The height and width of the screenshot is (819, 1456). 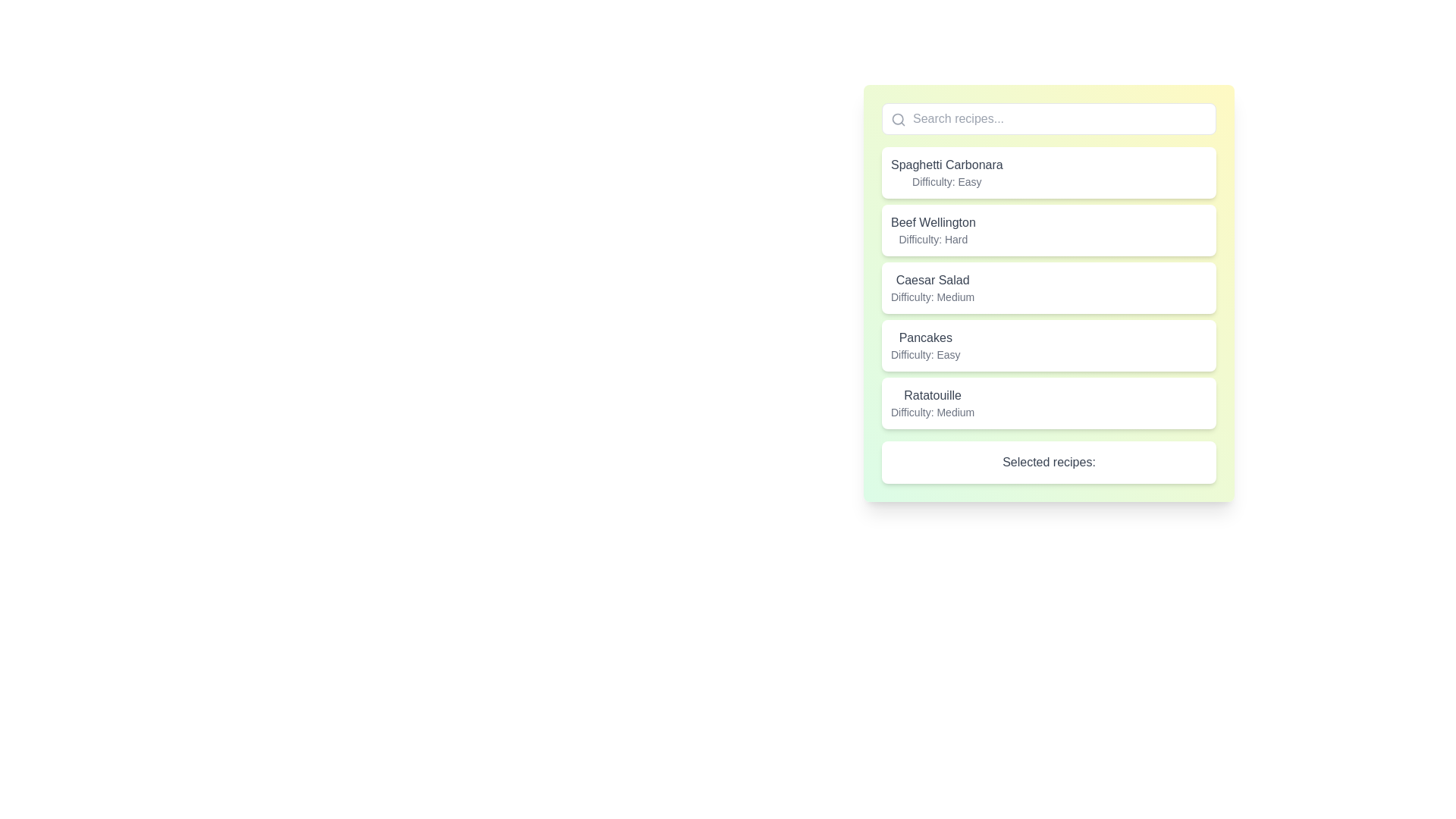 I want to click on the text display area that shows 'Beef Wellington' in a medium-sized font, positioned as the second item in a vertical list of recipe entries within a white, rounded rectangle widget, so click(x=932, y=231).